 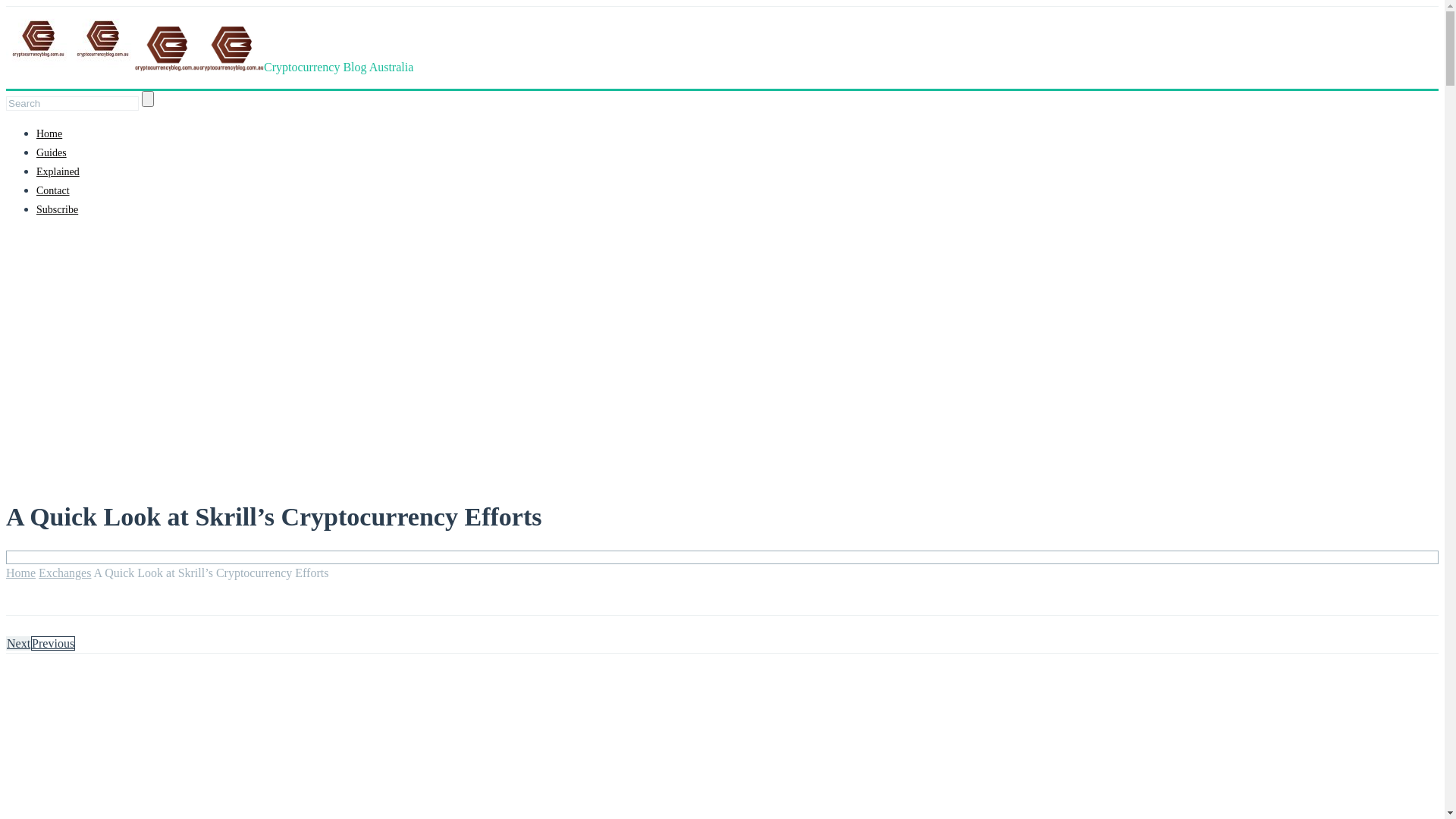 What do you see at coordinates (209, 66) in the screenshot?
I see `'Cryptocurrency Blog Australia'` at bounding box center [209, 66].